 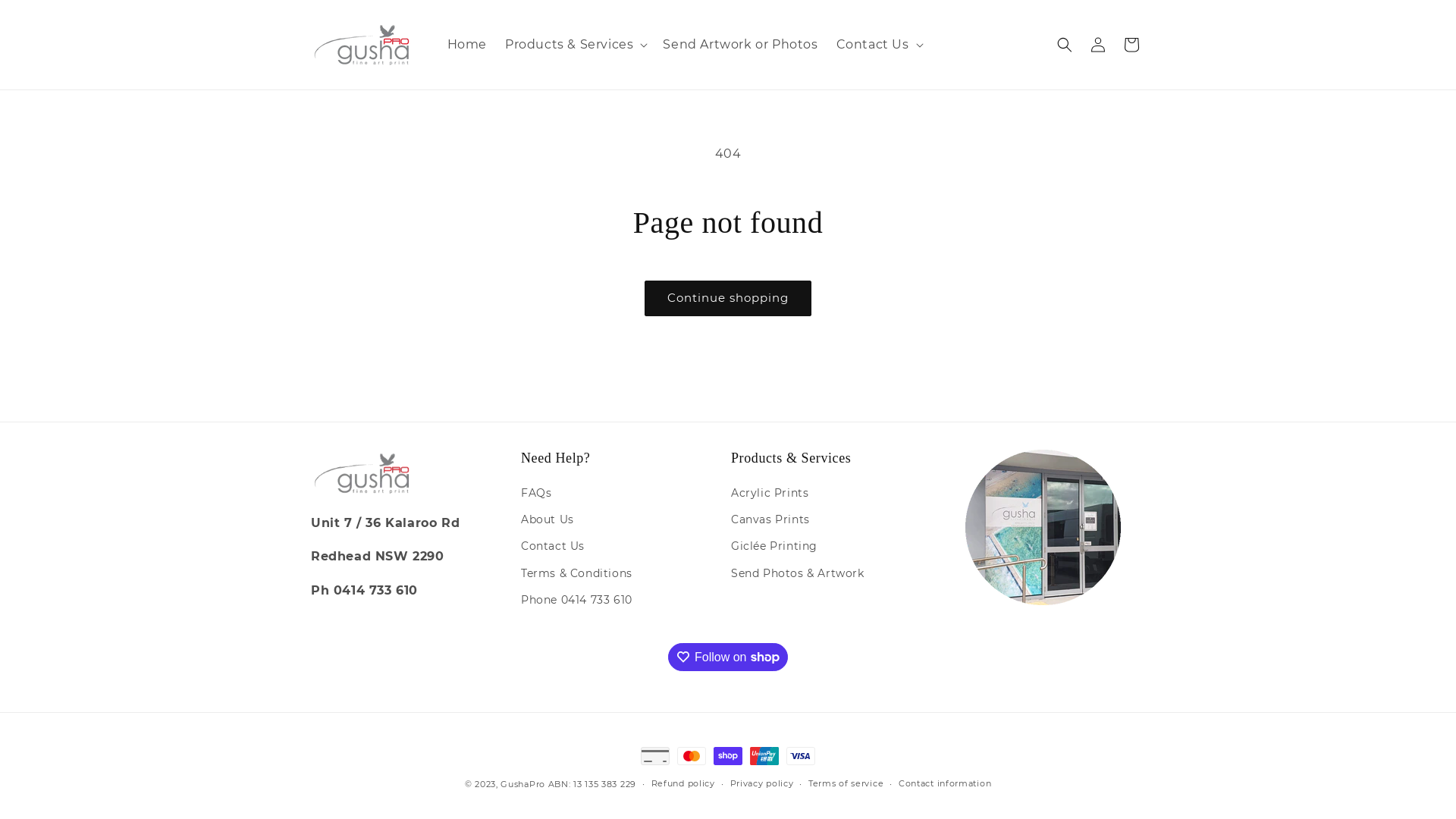 What do you see at coordinates (1098, 43) in the screenshot?
I see `'Log in'` at bounding box center [1098, 43].